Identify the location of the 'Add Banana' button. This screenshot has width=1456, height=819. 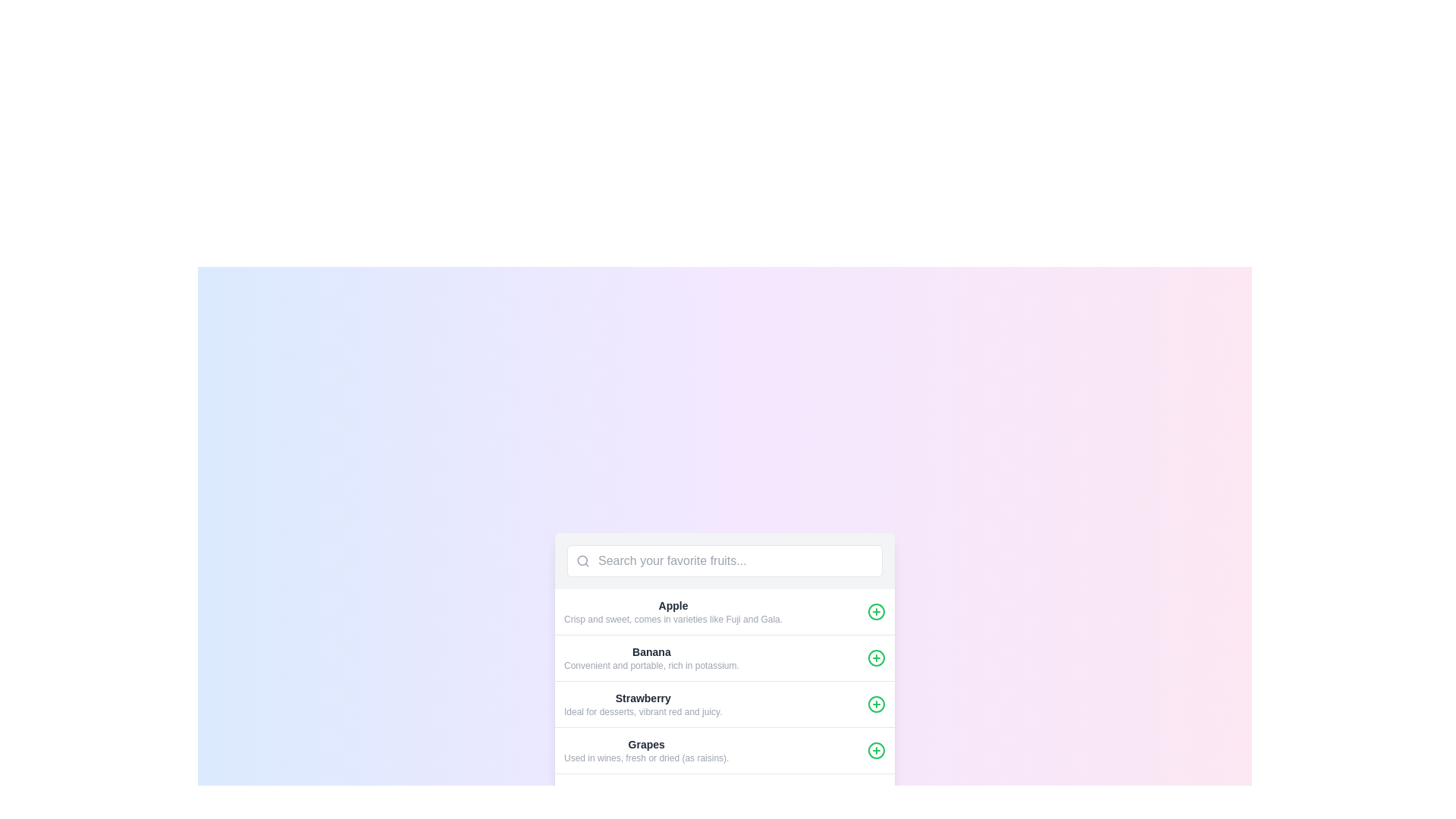
(877, 657).